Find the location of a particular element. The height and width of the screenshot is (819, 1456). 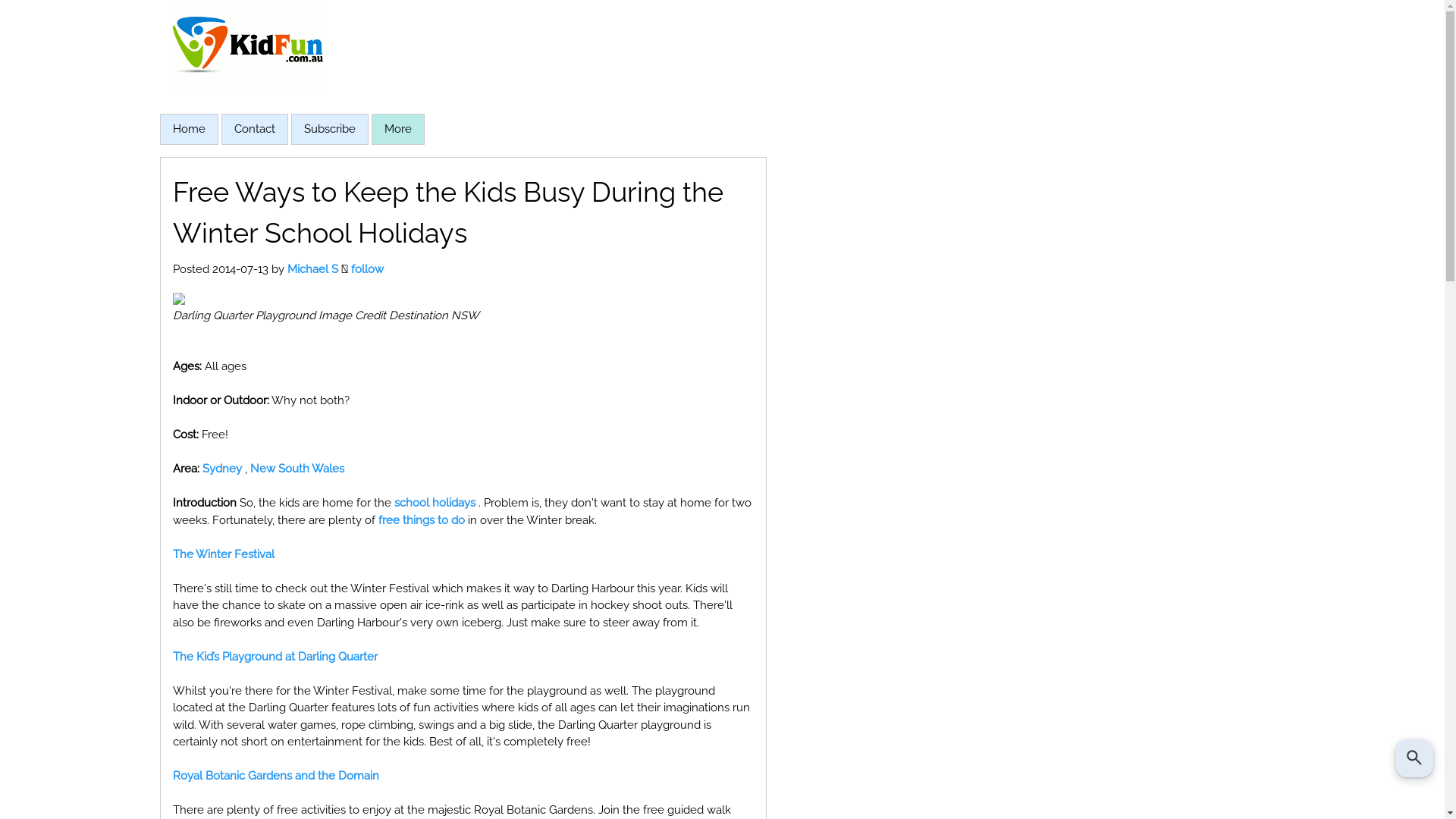

'More' is located at coordinates (397, 128).